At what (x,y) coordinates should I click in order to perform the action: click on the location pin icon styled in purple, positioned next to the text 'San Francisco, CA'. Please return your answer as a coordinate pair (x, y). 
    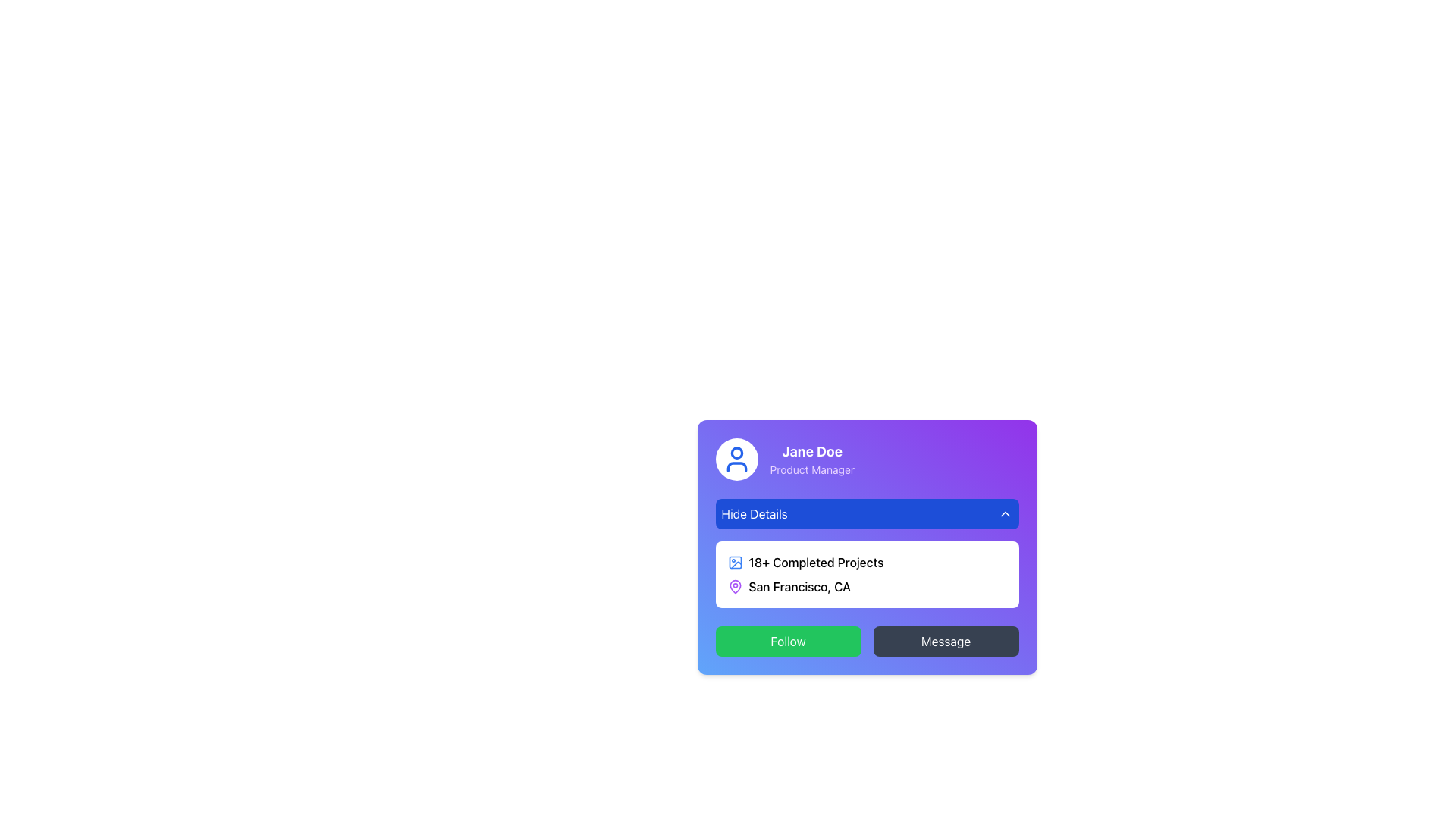
    Looking at the image, I should click on (735, 586).